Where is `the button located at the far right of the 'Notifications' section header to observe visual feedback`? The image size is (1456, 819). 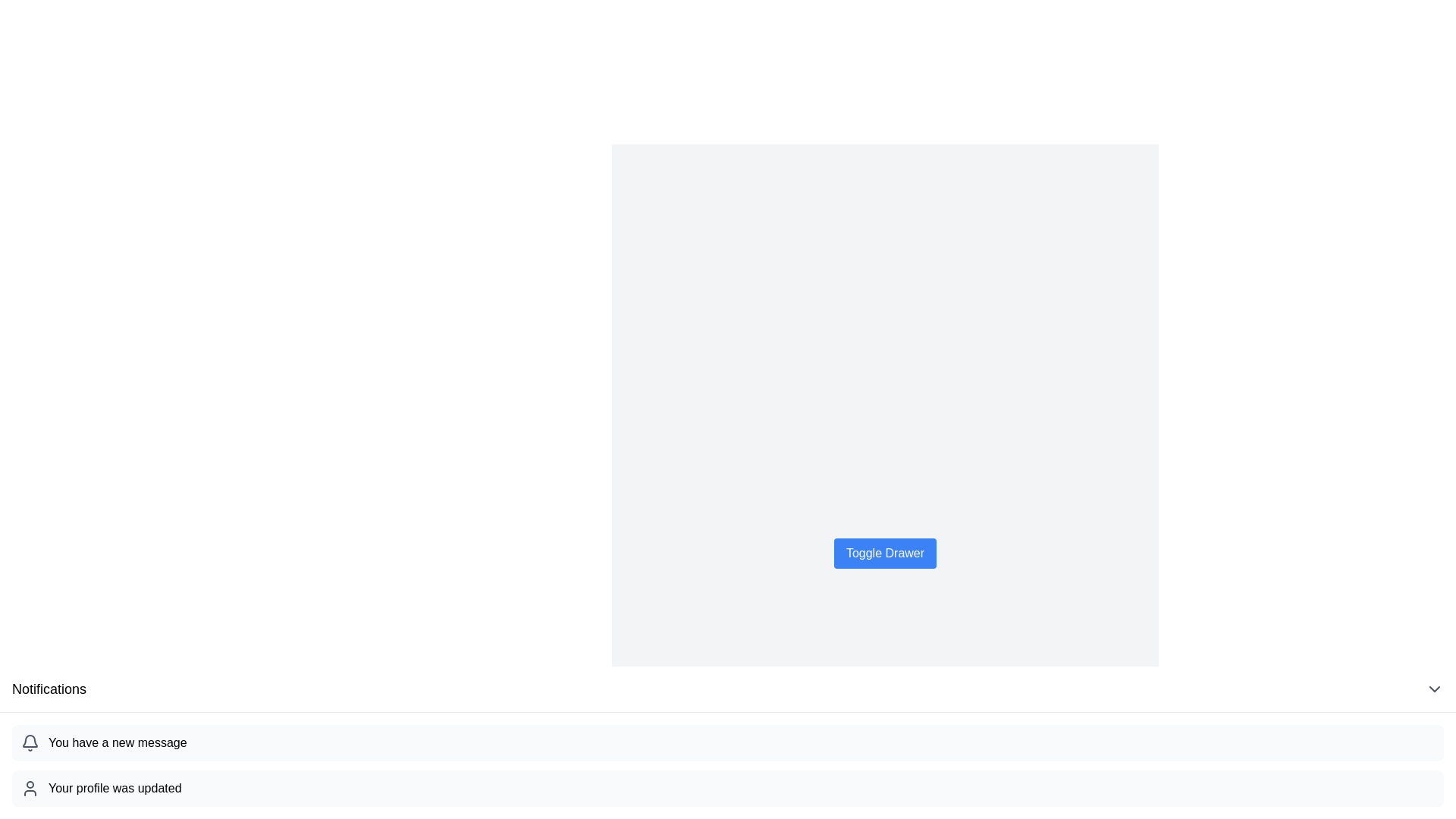
the button located at the far right of the 'Notifications' section header to observe visual feedback is located at coordinates (1433, 689).